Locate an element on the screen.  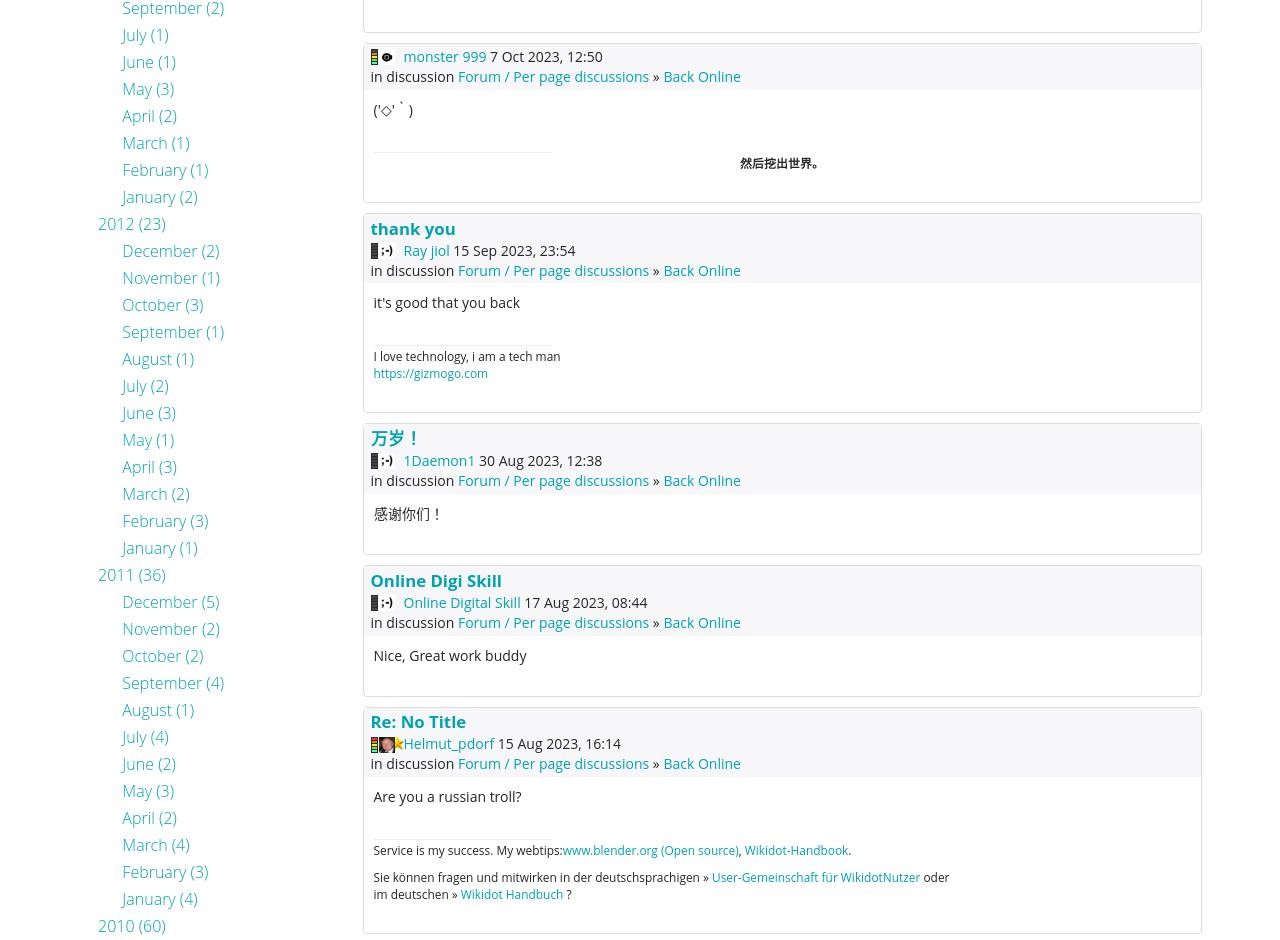
'June (1)' is located at coordinates (147, 61).